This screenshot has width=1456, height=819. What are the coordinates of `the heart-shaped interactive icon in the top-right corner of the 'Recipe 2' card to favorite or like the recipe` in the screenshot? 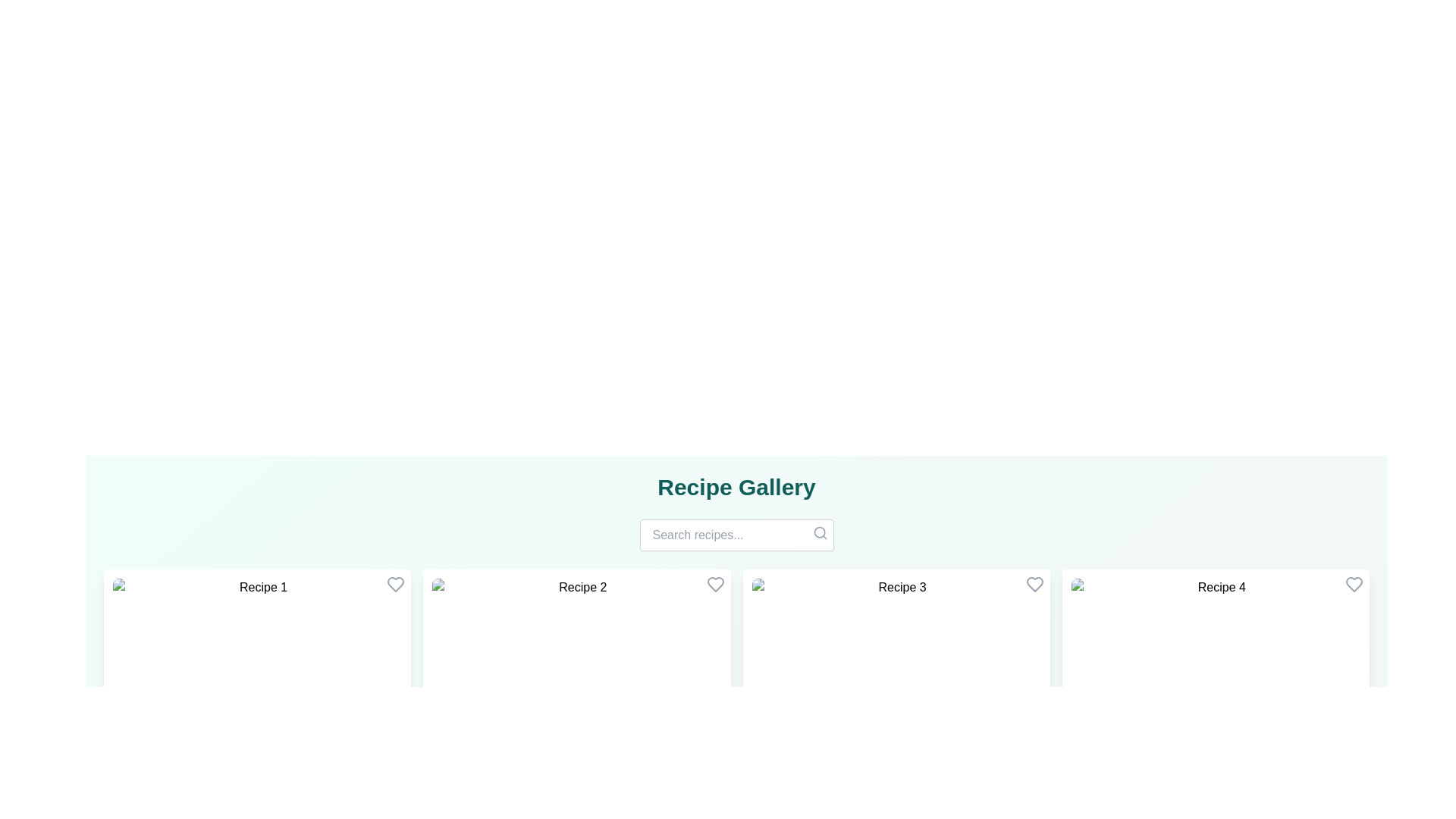 It's located at (714, 584).